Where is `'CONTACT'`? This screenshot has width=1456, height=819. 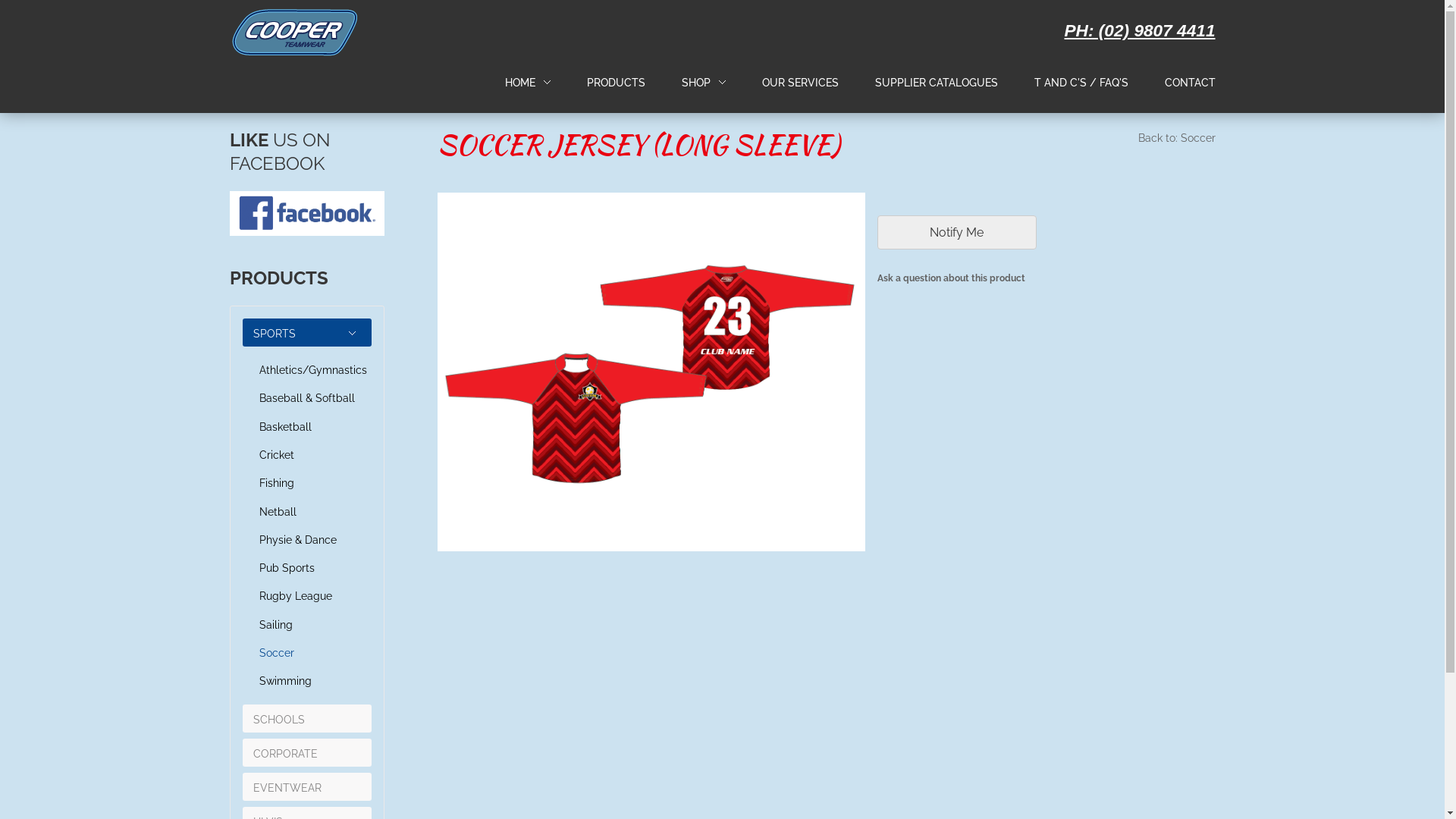 'CONTACT' is located at coordinates (1189, 83).